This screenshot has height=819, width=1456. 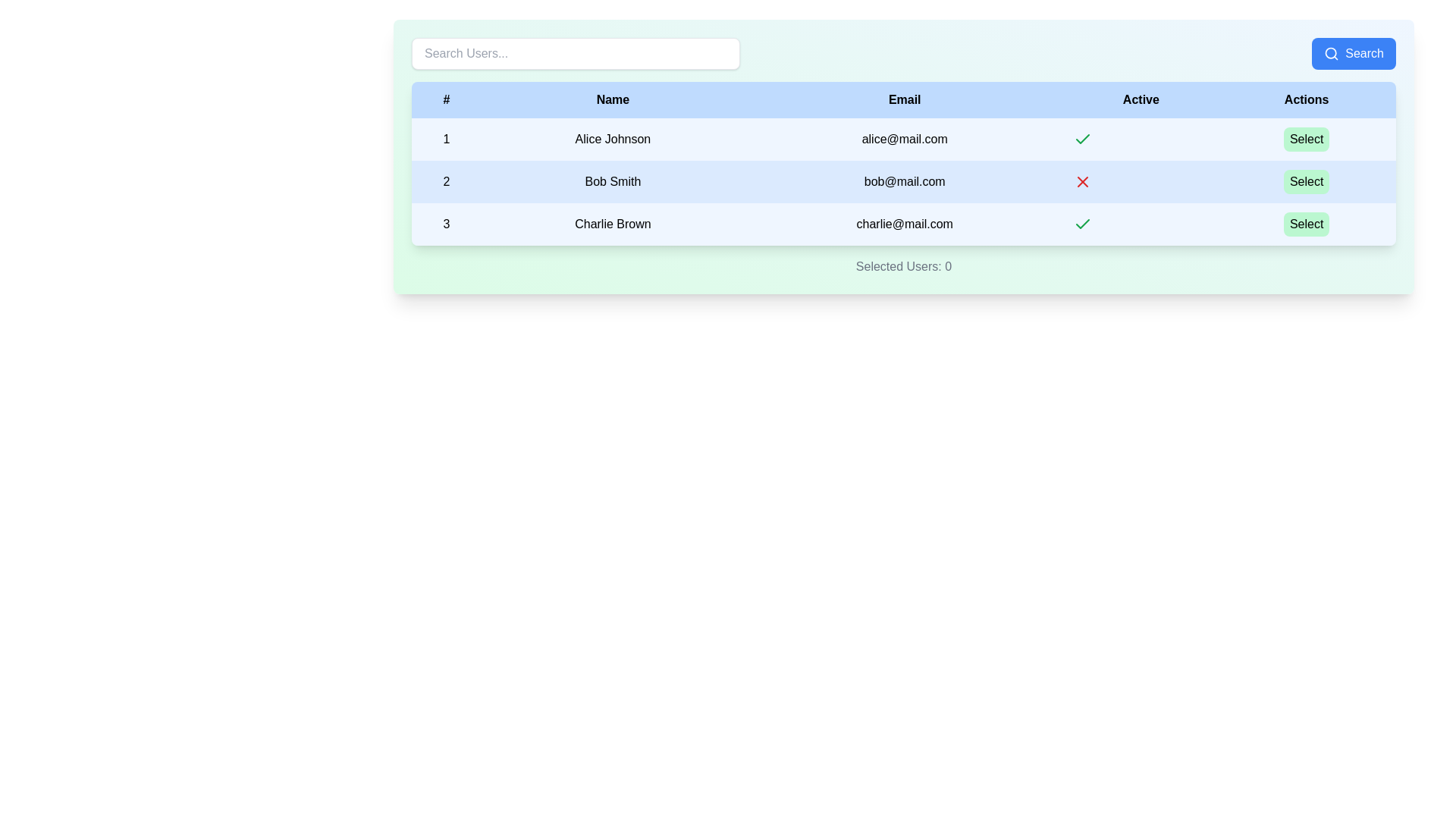 What do you see at coordinates (1306, 140) in the screenshot?
I see `the 'Select' button with a green background located in the 'Actions' column of the table, corresponding to the entry 'Alice Johnson.'` at bounding box center [1306, 140].